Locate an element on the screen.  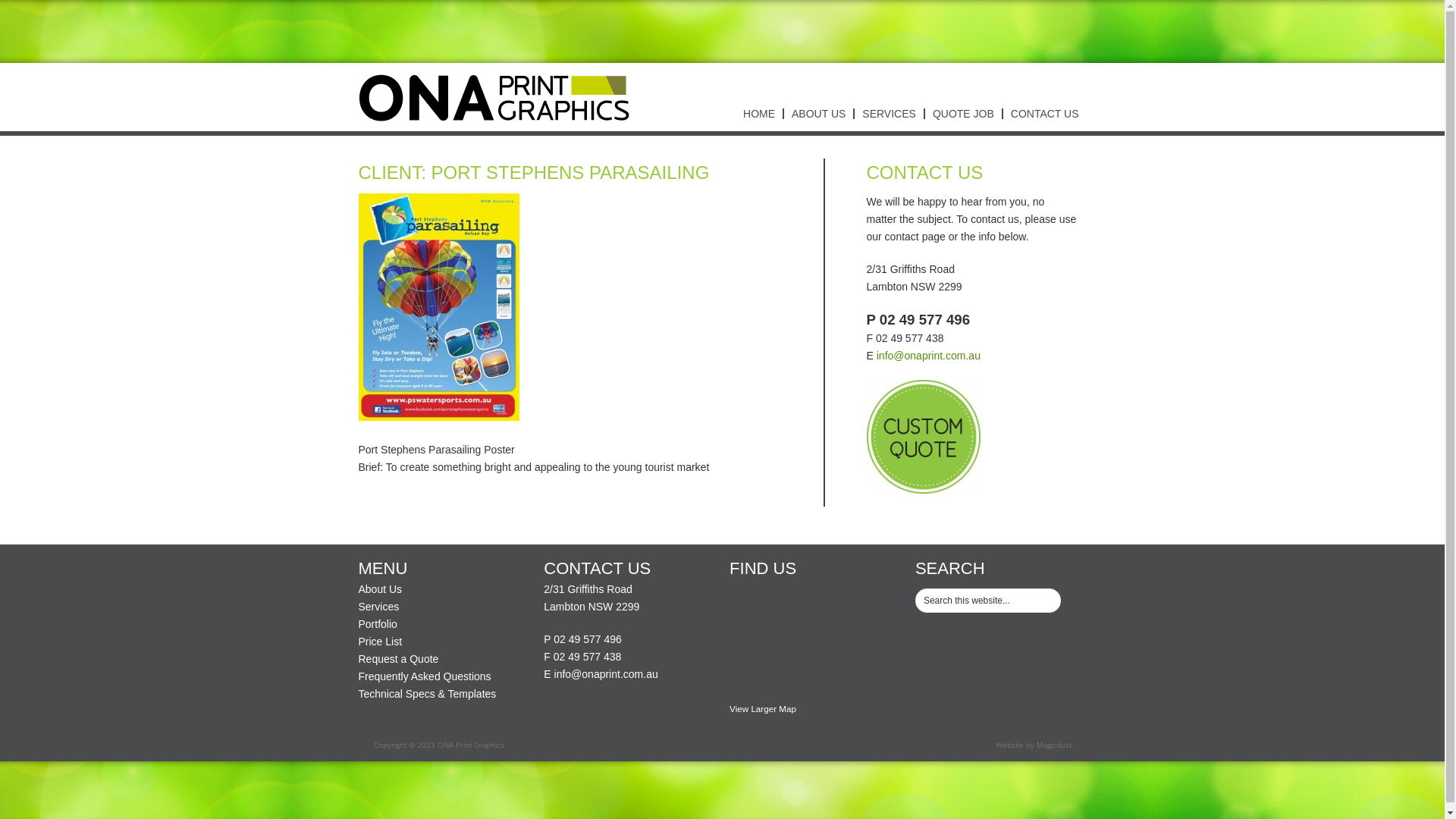
'ONA PRINT GRAPHICS' is located at coordinates (494, 96).